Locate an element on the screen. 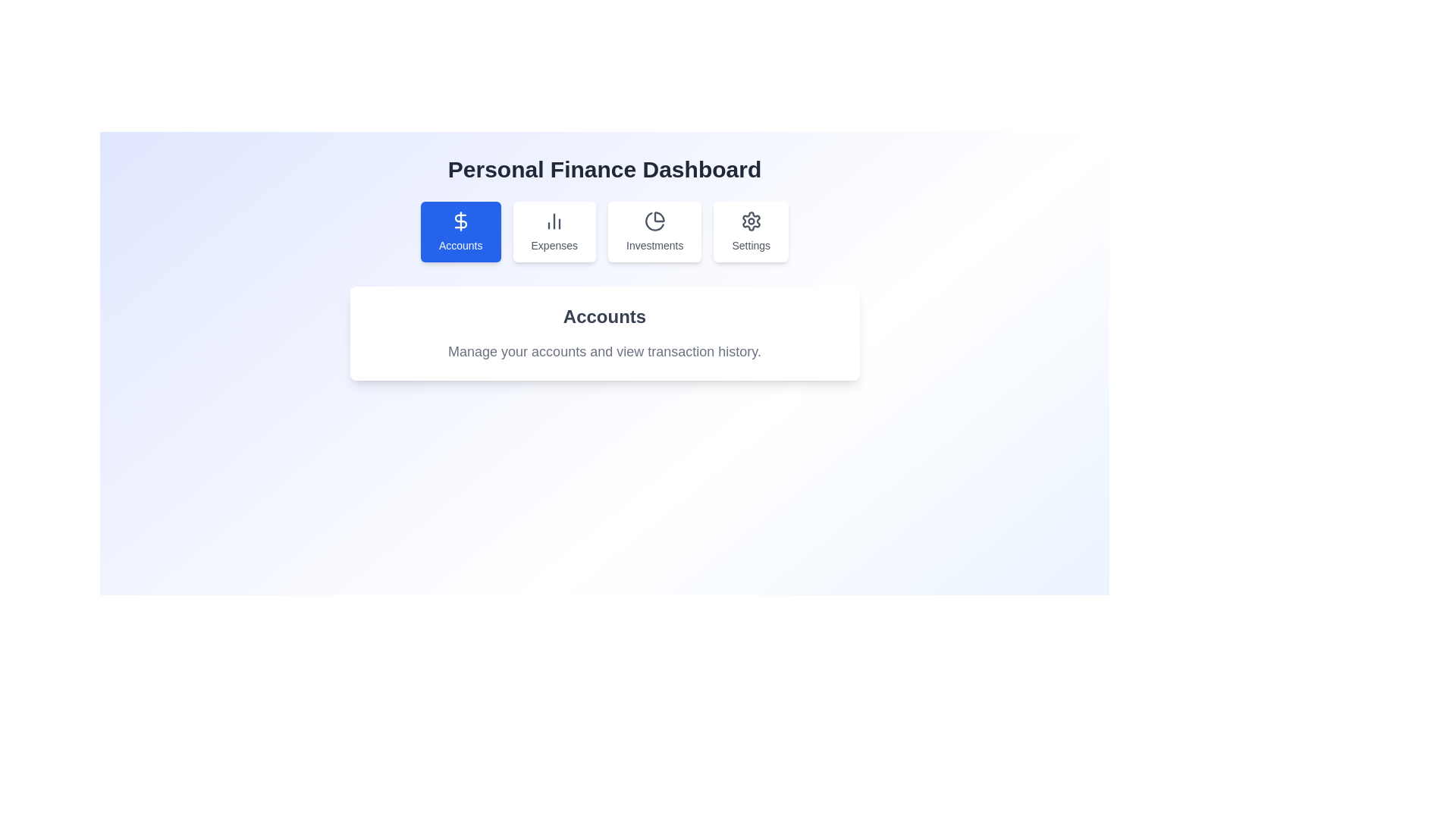 The image size is (1456, 819). the 'Settings' text label, which is styled with a small font size and medium weight, located below a gear icon in the last card of a row containing similar cards is located at coordinates (751, 245).